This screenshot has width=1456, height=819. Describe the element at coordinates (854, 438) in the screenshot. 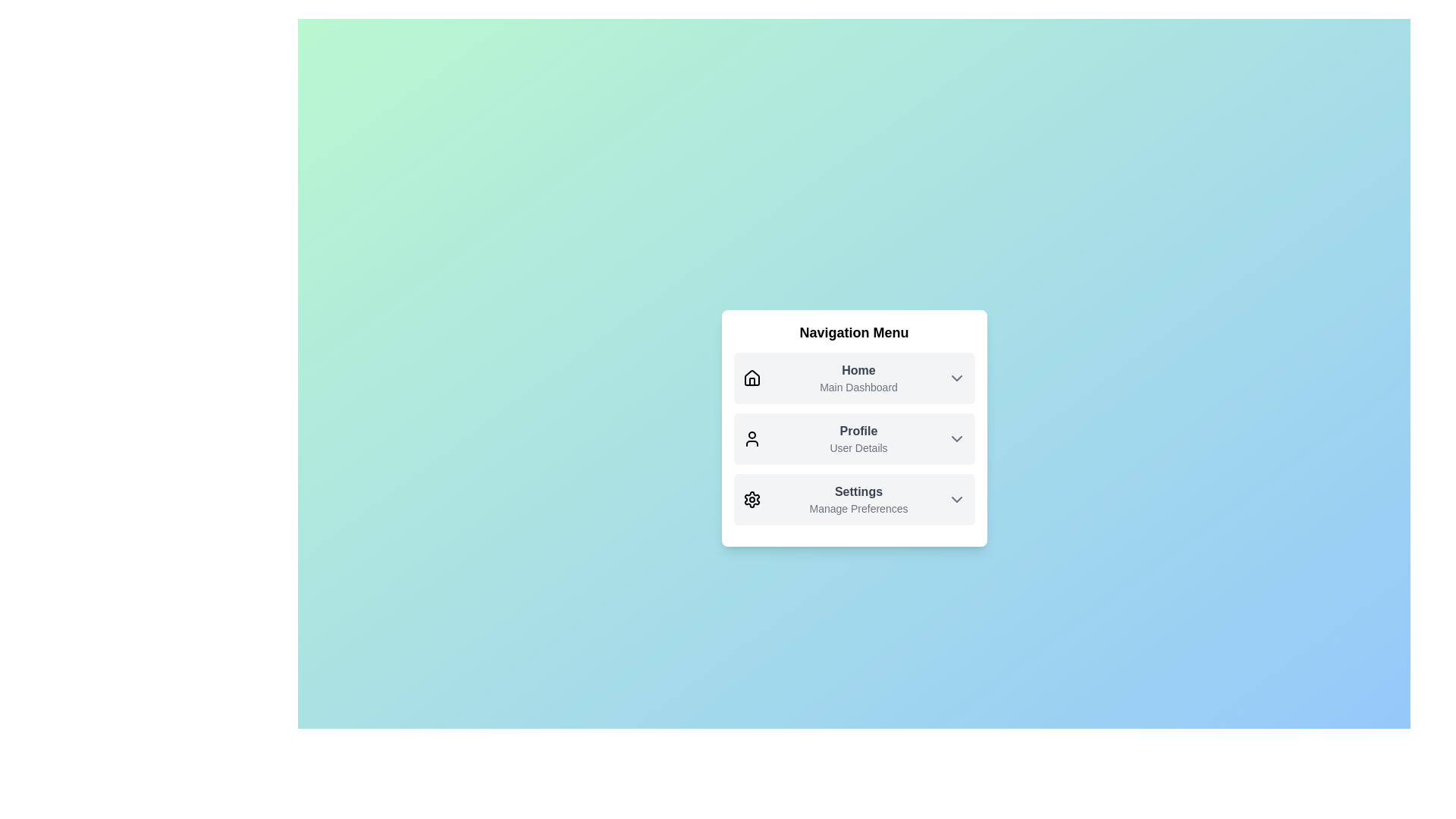

I see `the menu item Profile to navigate` at that location.